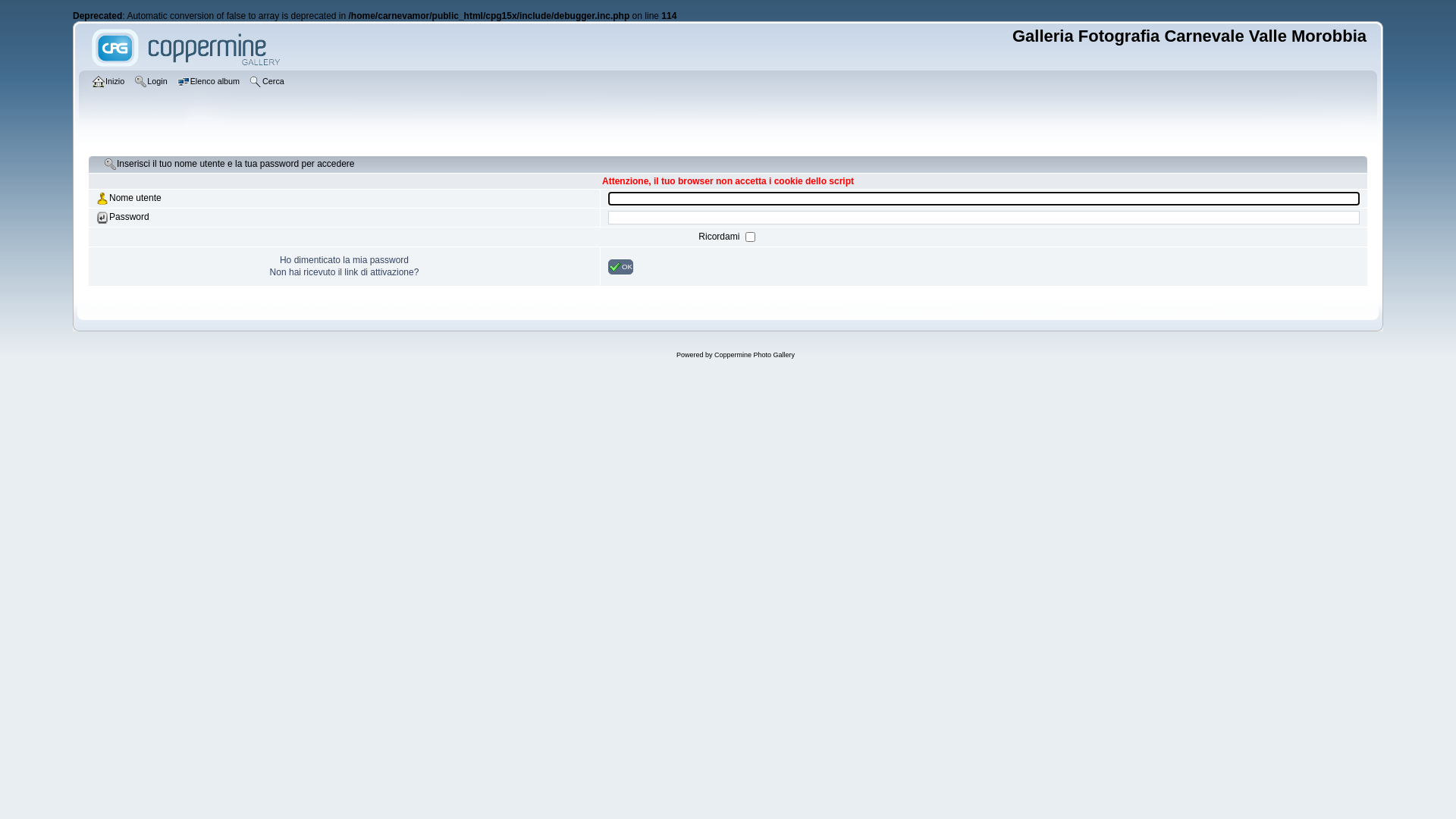 This screenshot has height=819, width=1456. I want to click on 'Cerca', so click(268, 82).